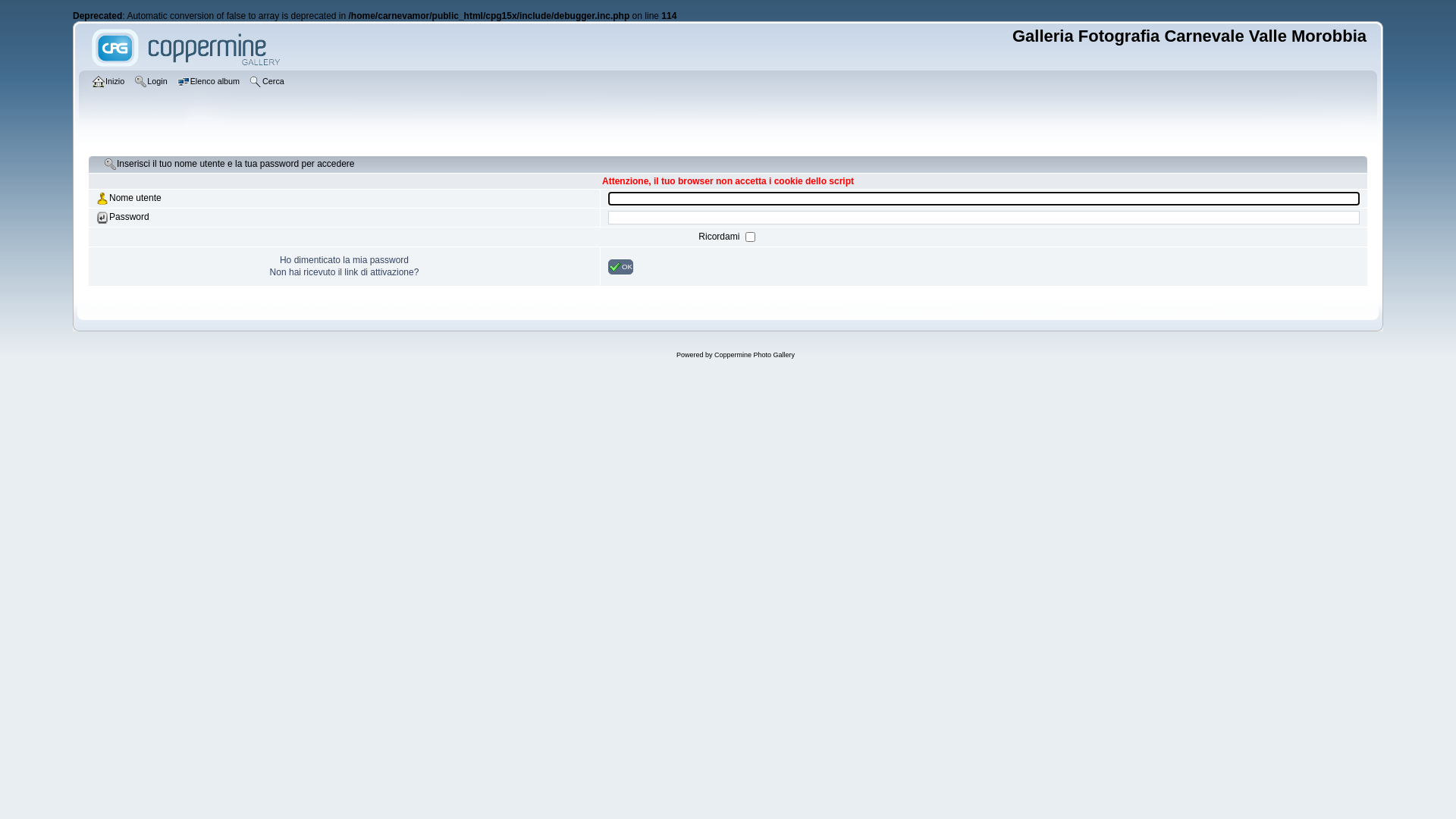 This screenshot has height=819, width=1456. I want to click on 'Cerca', so click(268, 82).